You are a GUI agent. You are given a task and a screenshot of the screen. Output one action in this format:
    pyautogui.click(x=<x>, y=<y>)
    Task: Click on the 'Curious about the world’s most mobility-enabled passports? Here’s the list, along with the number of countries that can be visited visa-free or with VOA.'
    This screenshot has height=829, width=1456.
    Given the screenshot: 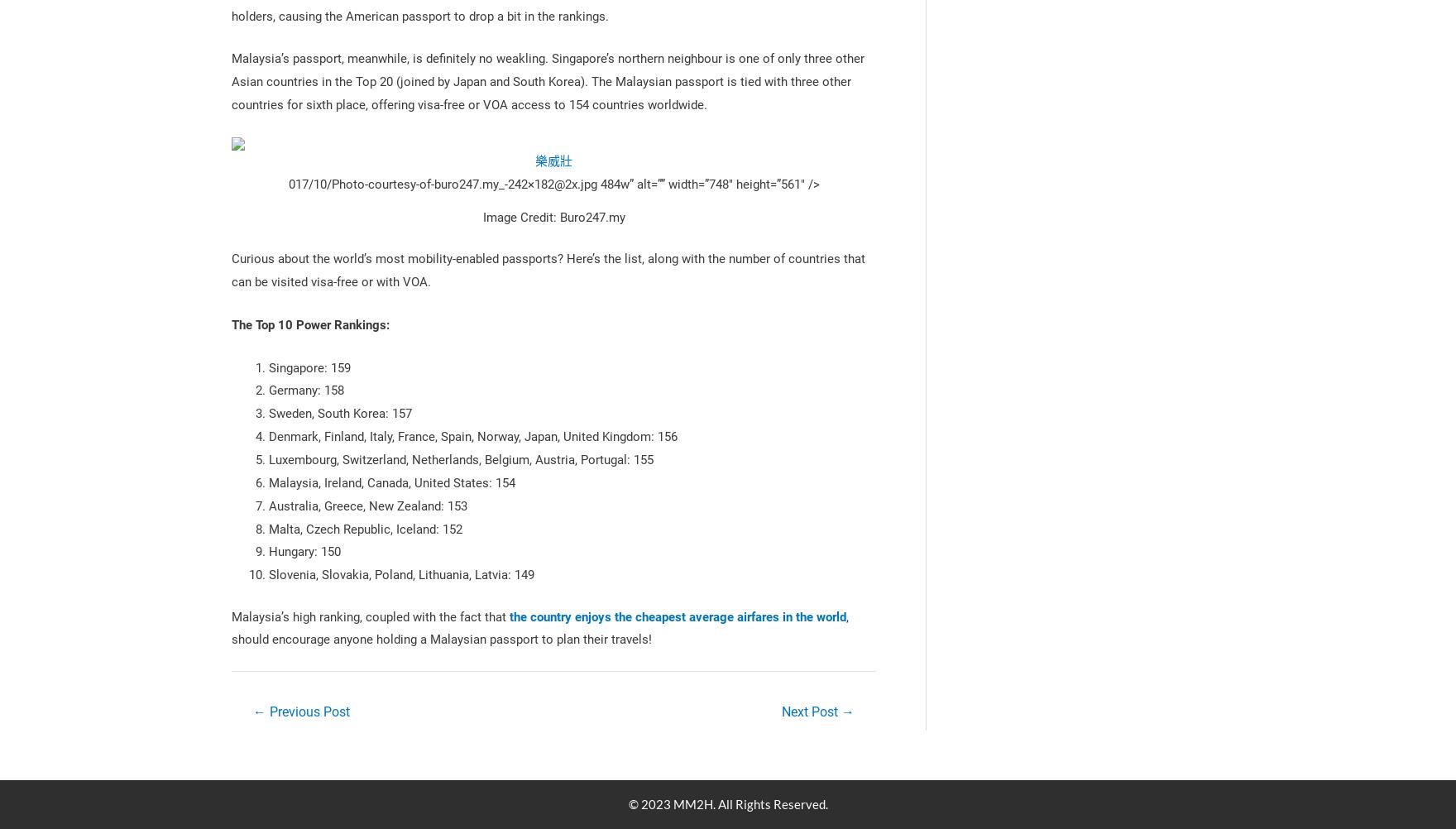 What is the action you would take?
    pyautogui.click(x=547, y=269)
    